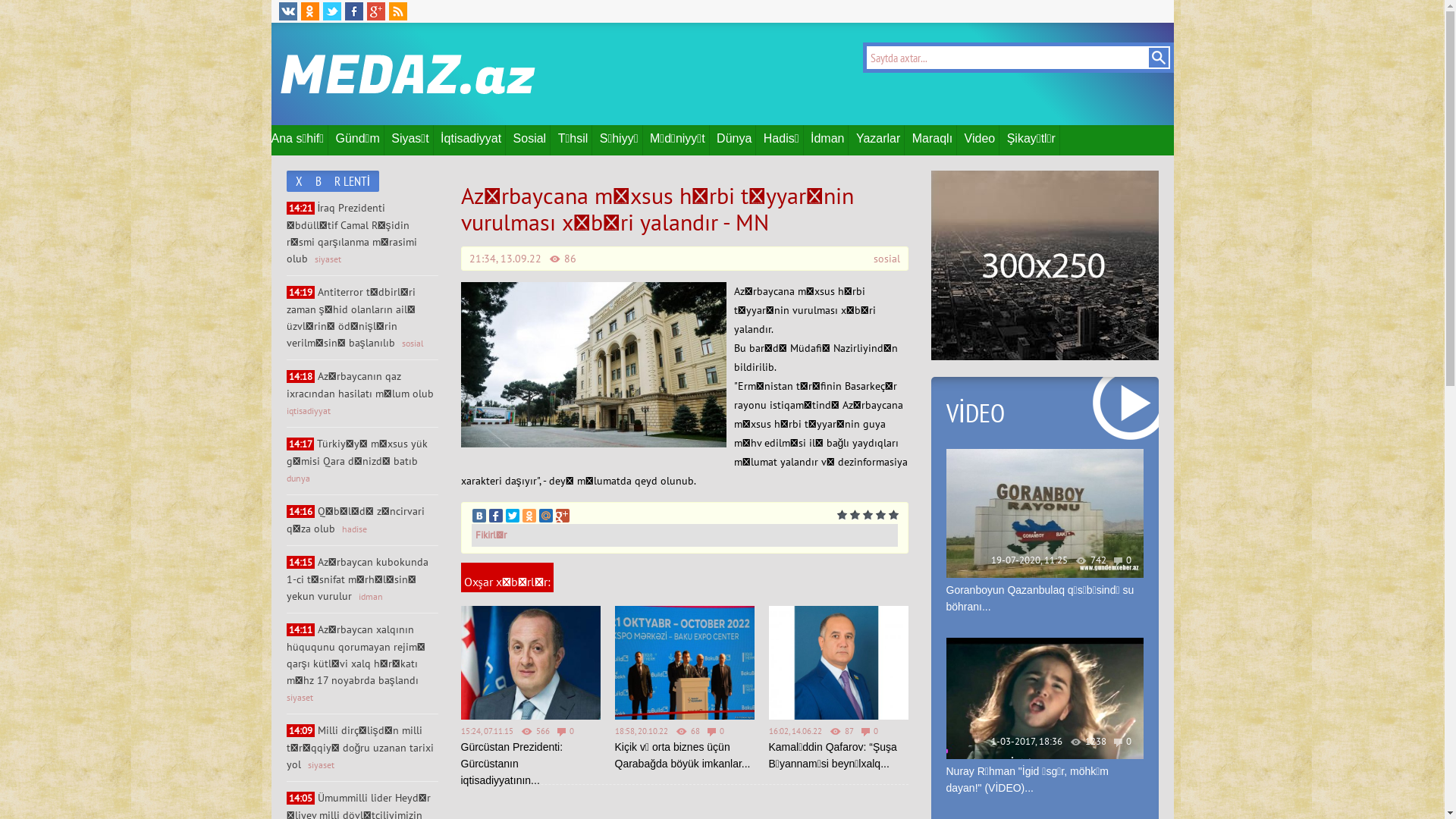 The width and height of the screenshot is (1456, 819). I want to click on 'Twitter', so click(331, 11).